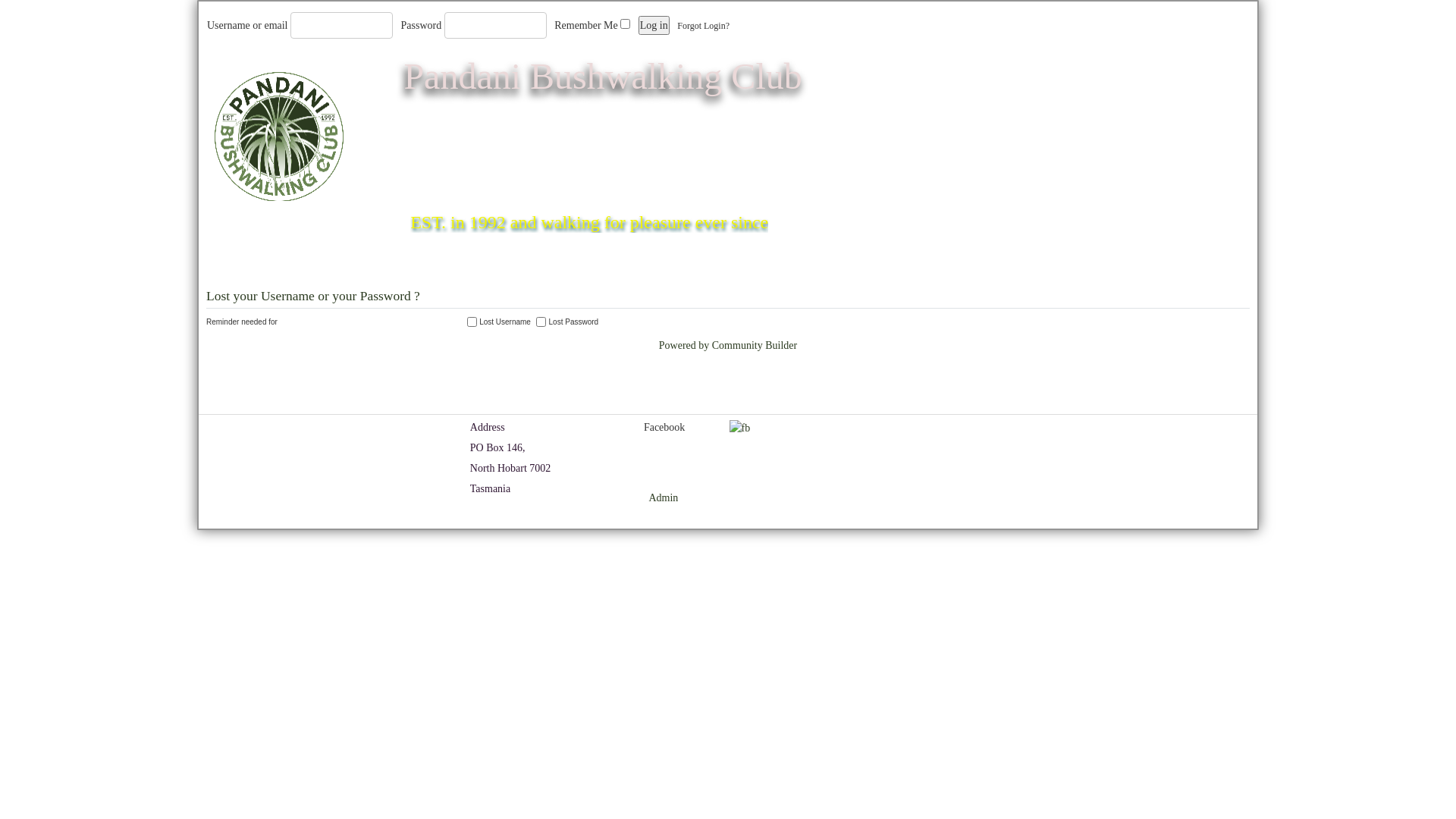 The image size is (1456, 819). I want to click on 'Pandani Bushwalking Club', so click(601, 76).